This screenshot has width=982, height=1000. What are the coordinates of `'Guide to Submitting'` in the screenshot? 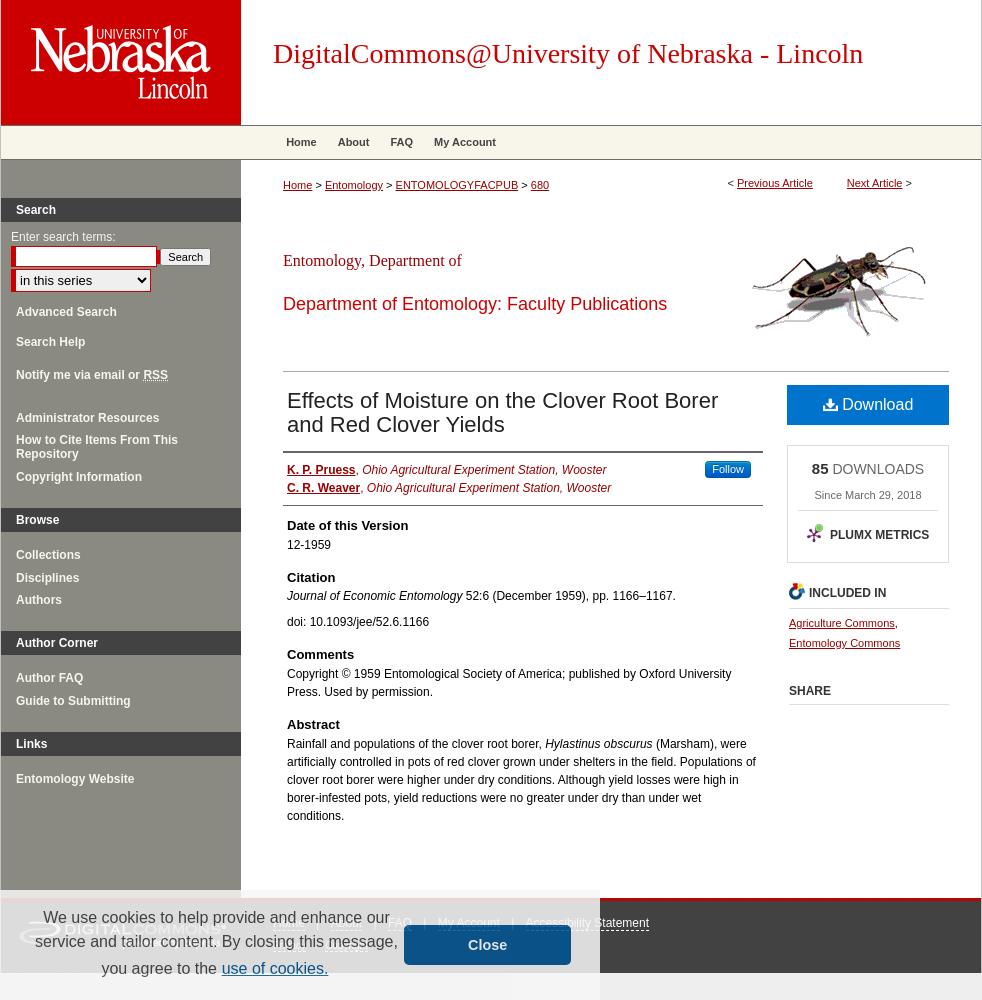 It's located at (71, 699).